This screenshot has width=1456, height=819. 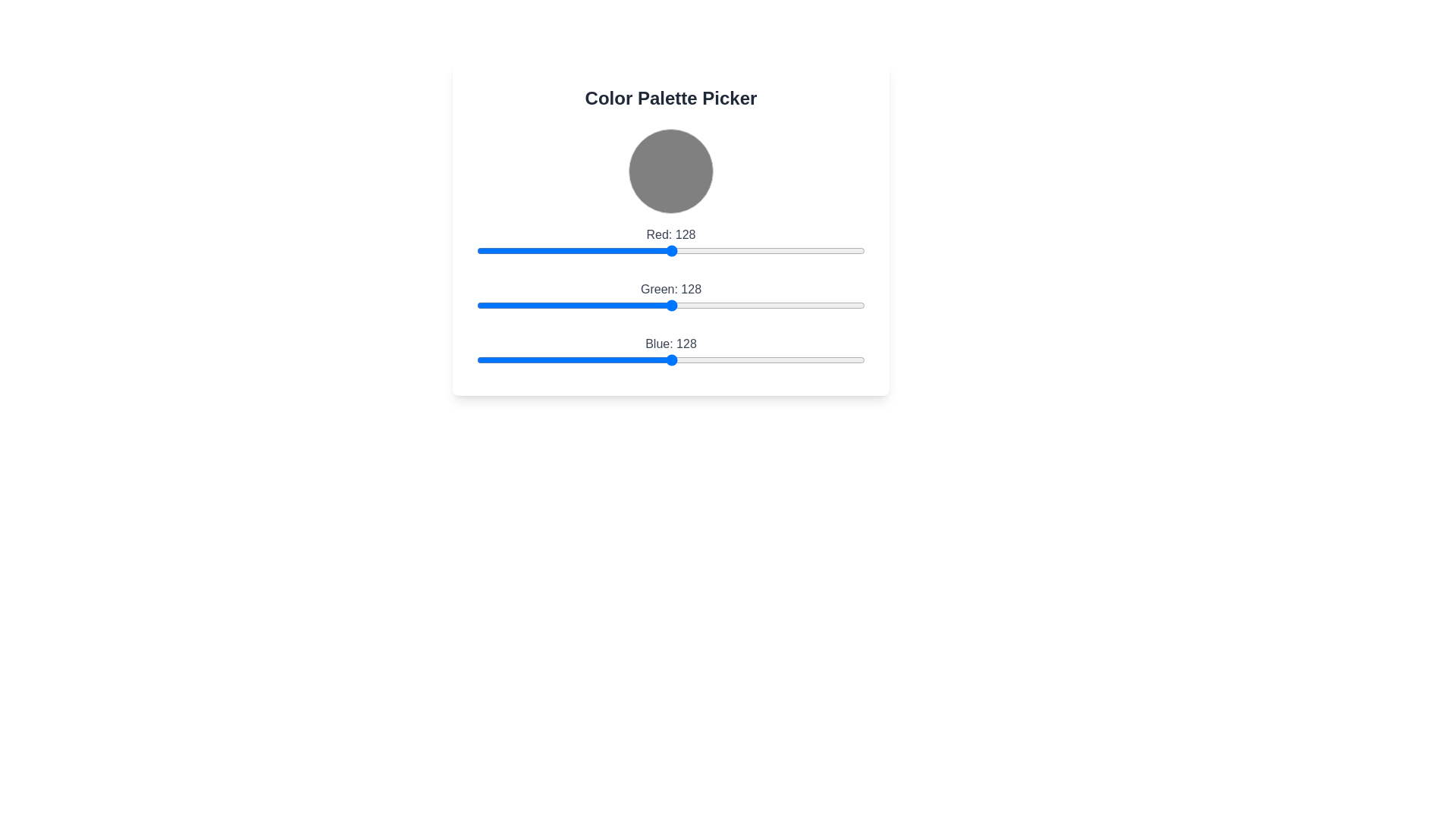 I want to click on the 'Red' color component, so click(x=726, y=250).